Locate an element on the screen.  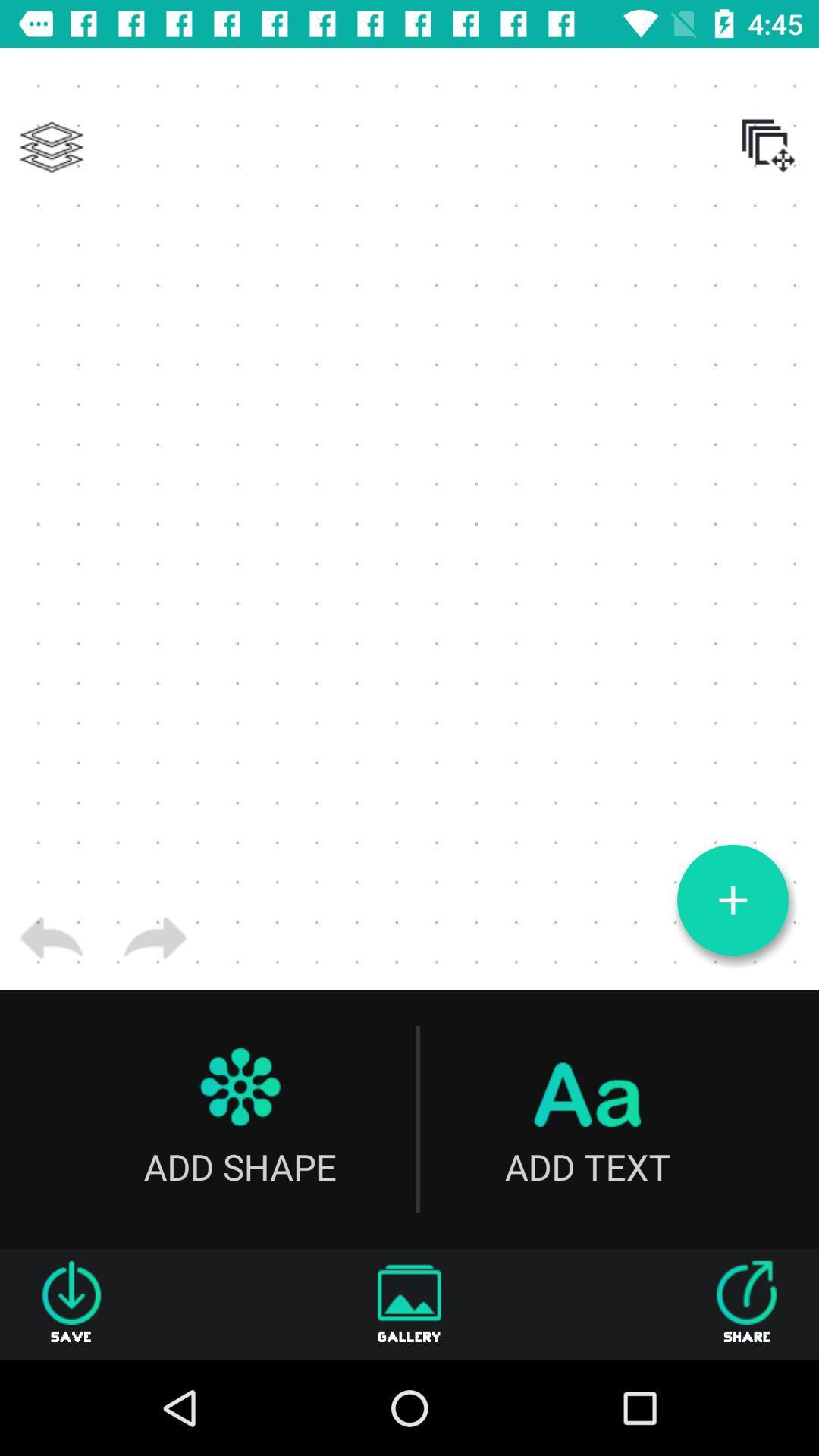
gallery is located at coordinates (409, 1304).